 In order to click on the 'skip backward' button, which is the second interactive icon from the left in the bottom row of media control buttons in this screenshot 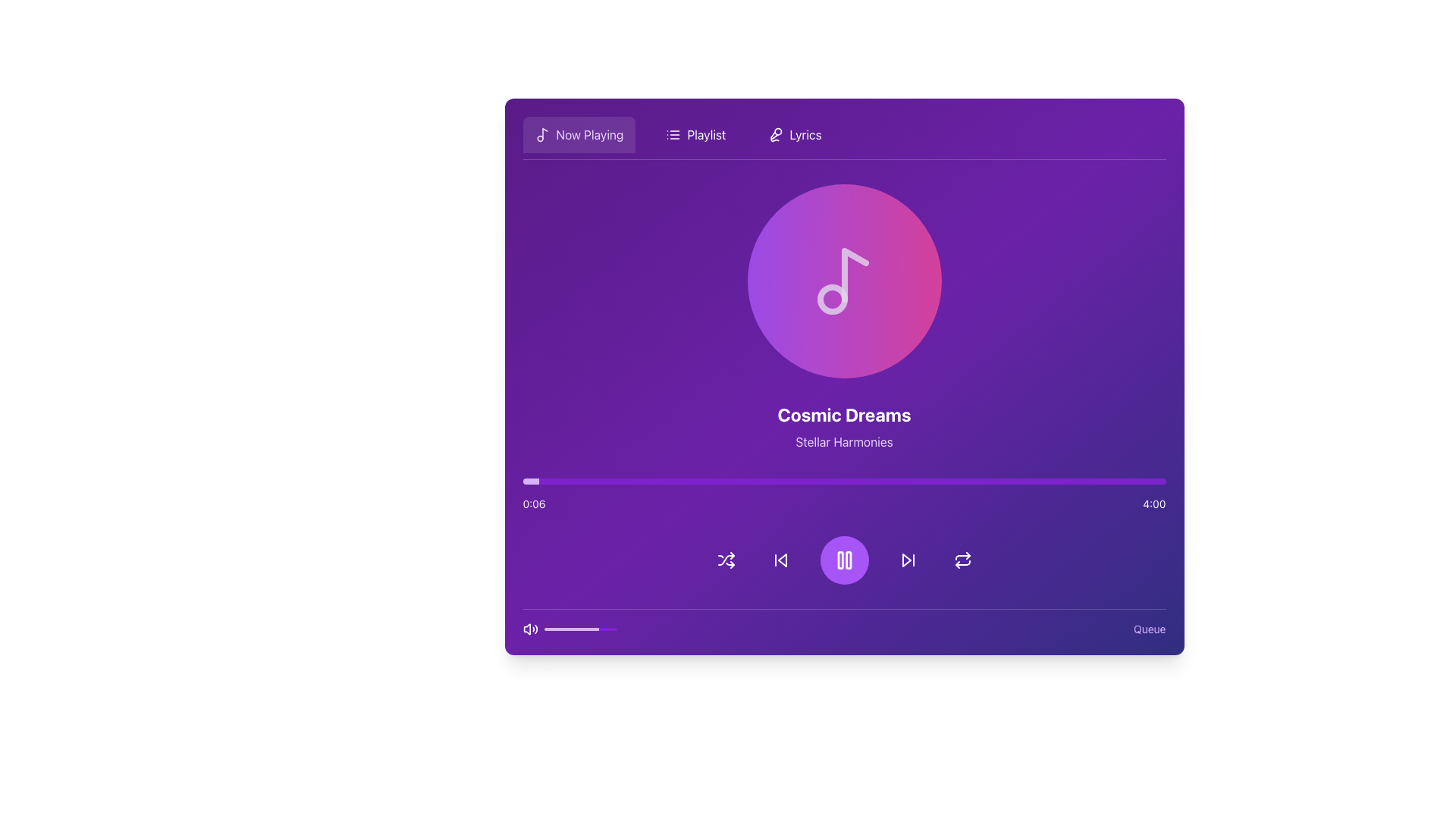, I will do `click(780, 560)`.